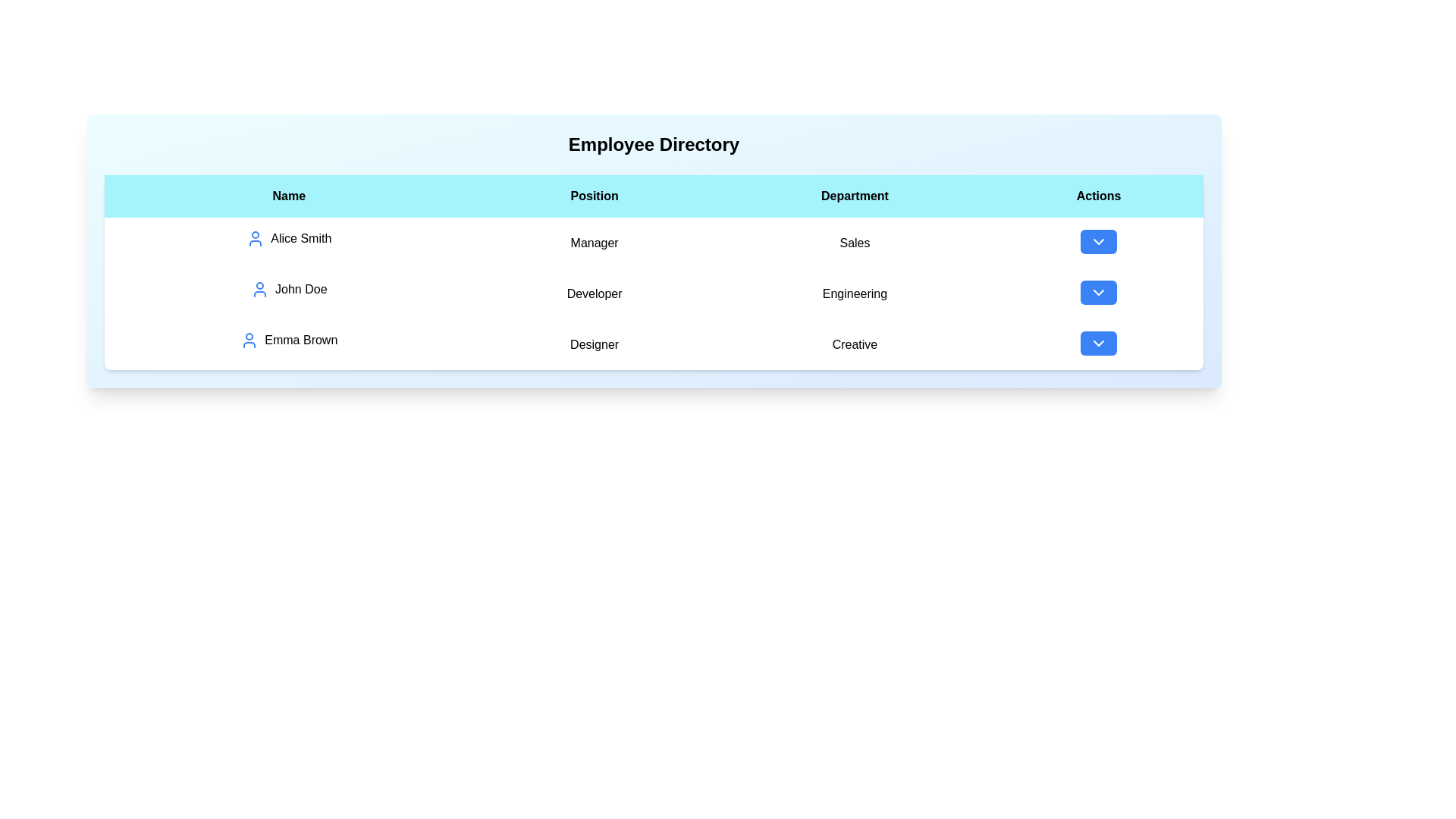 This screenshot has width=1456, height=819. Describe the element at coordinates (855, 293) in the screenshot. I see `text of the department label associated with 'John Doe' in the second row of the table under the 'Department' column` at that location.